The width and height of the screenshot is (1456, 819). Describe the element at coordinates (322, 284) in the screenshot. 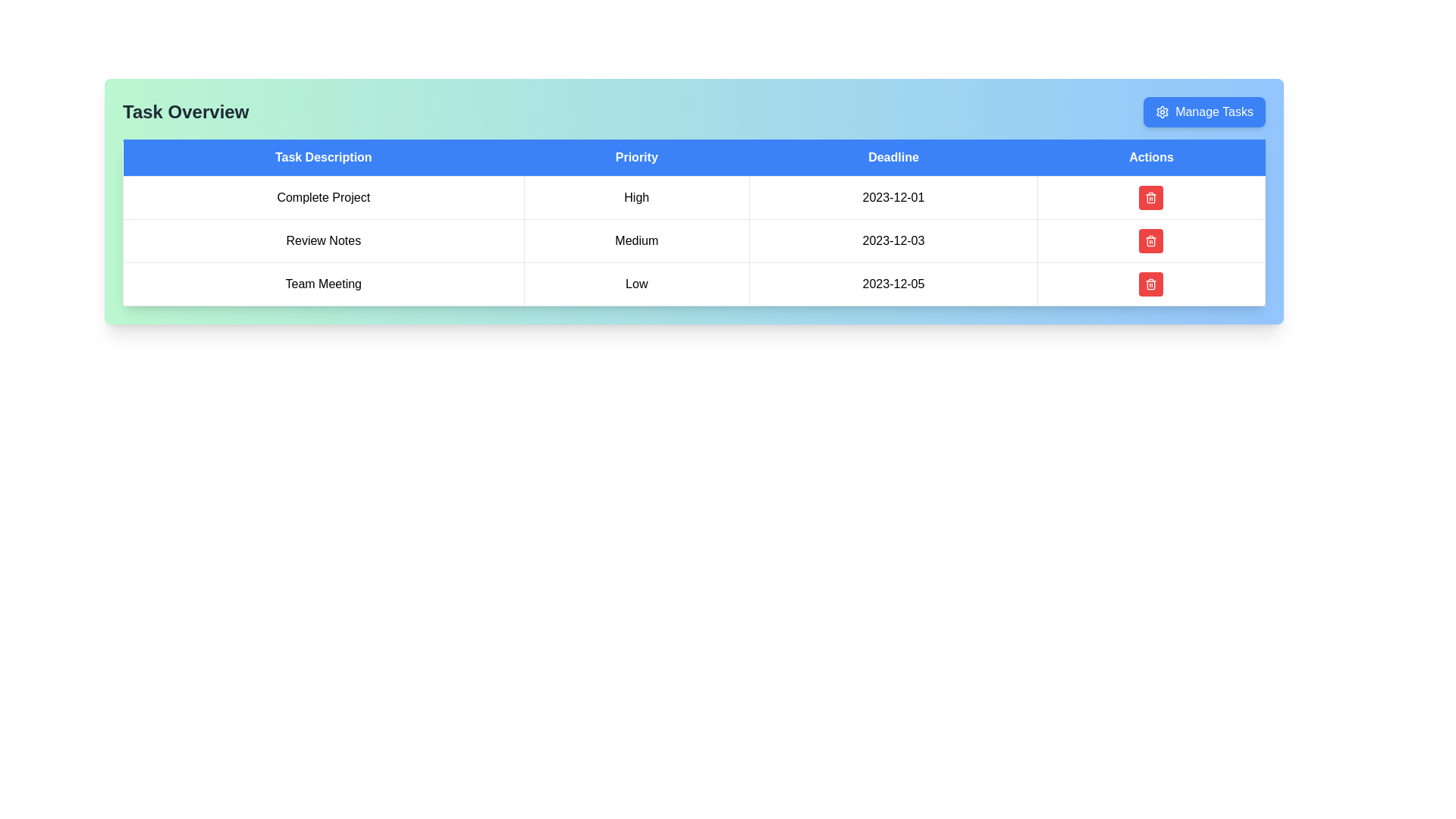

I see `the Text label in the 'Task Description' column, which is the third entry in the table providing information about the task` at that location.